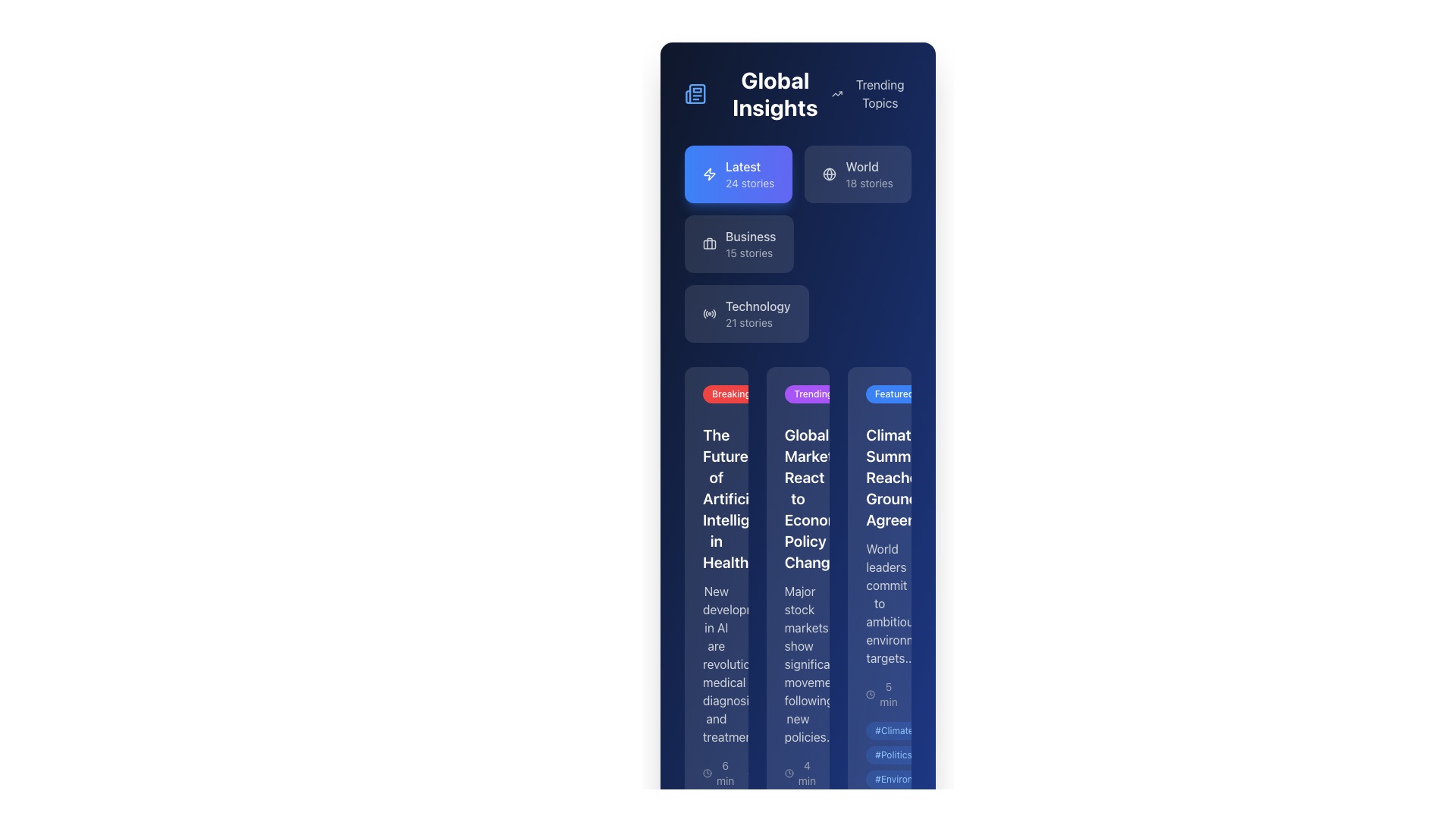 The image size is (1456, 819). I want to click on the text block displaying 'Major stock markets show significant movement following new policies...' which is located under the heading 'Global Markets React to Economic Policy Changes', so click(797, 663).